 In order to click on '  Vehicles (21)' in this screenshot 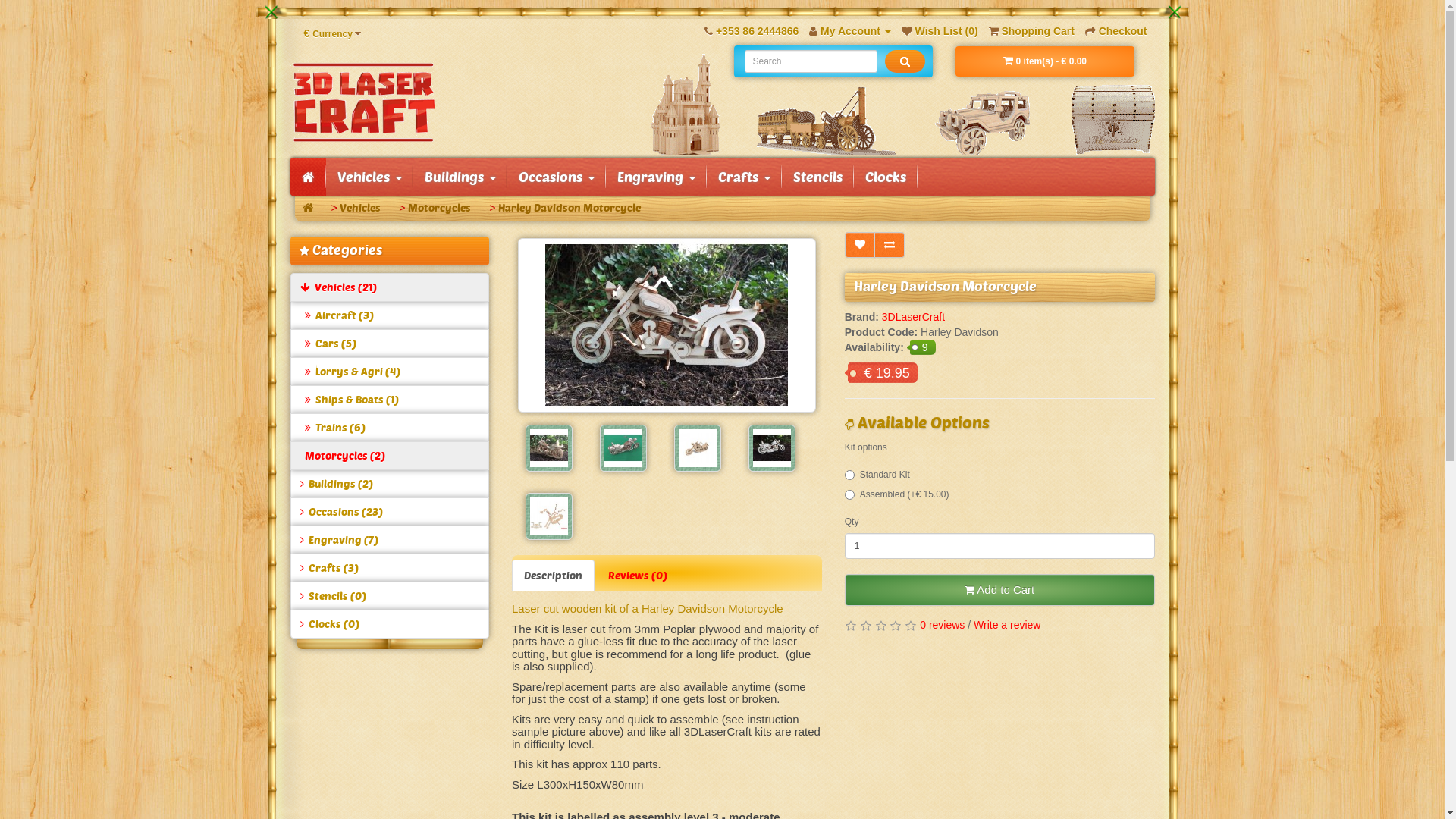, I will do `click(389, 287)`.